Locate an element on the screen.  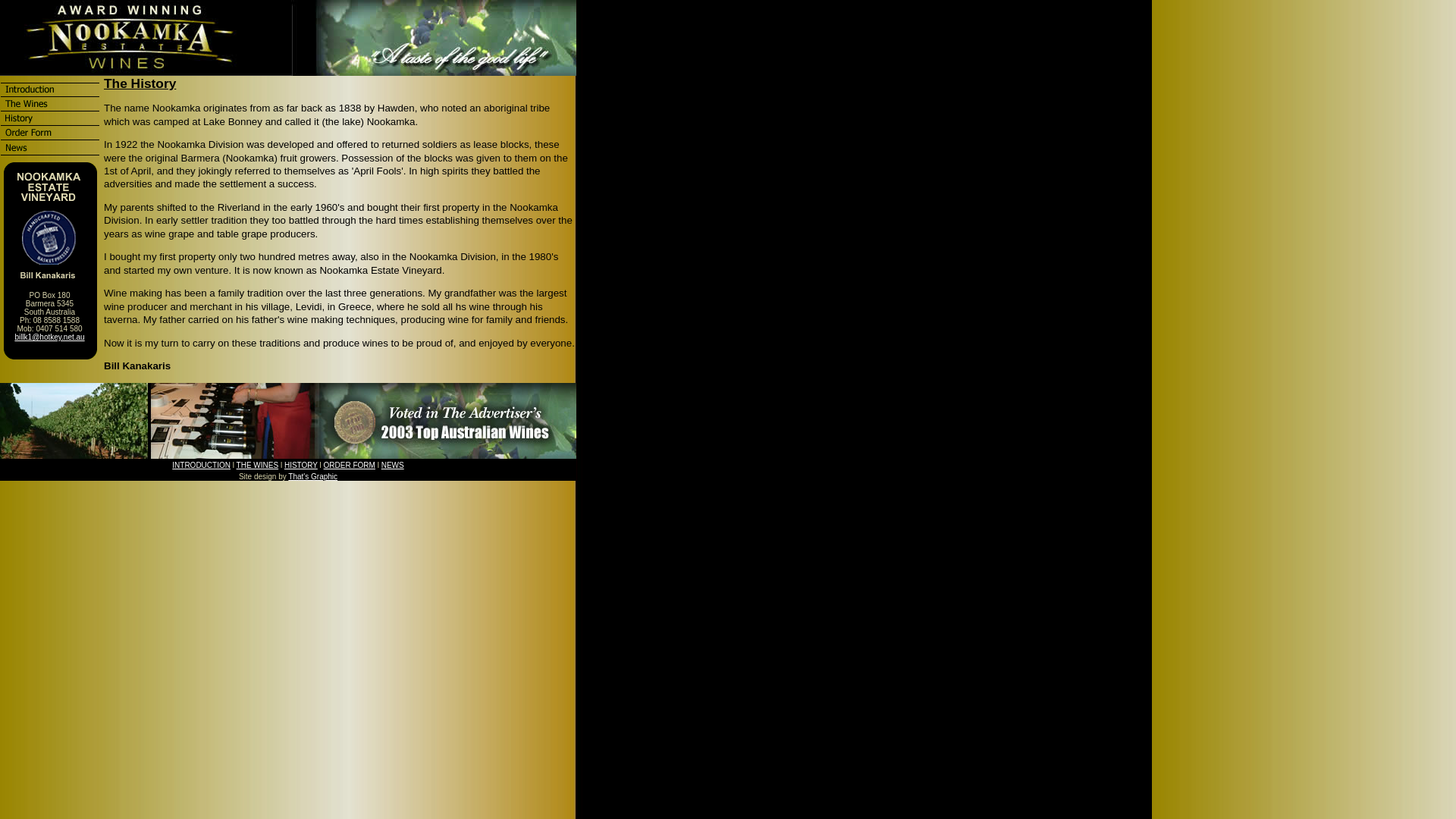
'ORDER FORM' is located at coordinates (348, 464).